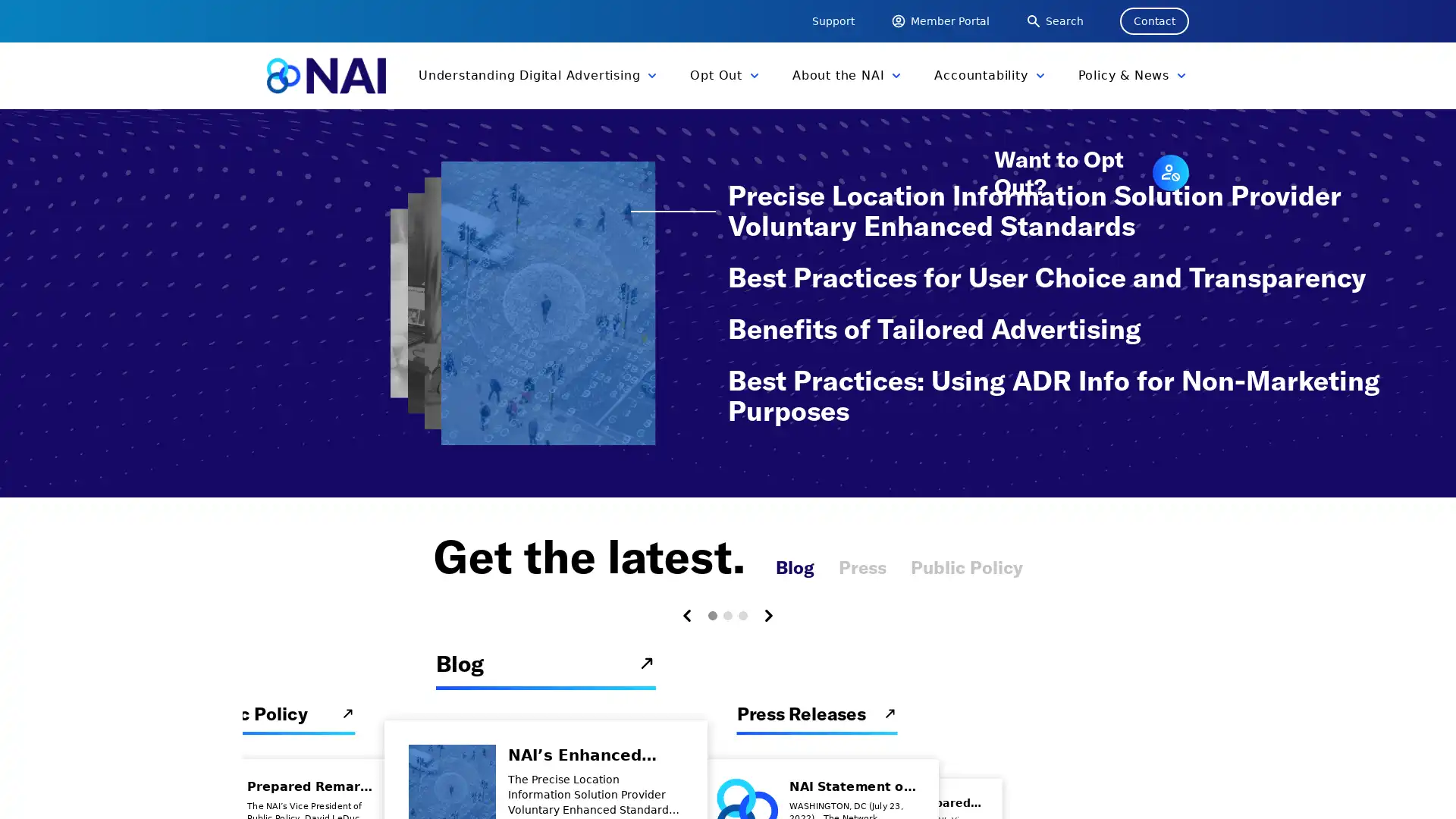  I want to click on Carousel Page 3, so click(742, 616).